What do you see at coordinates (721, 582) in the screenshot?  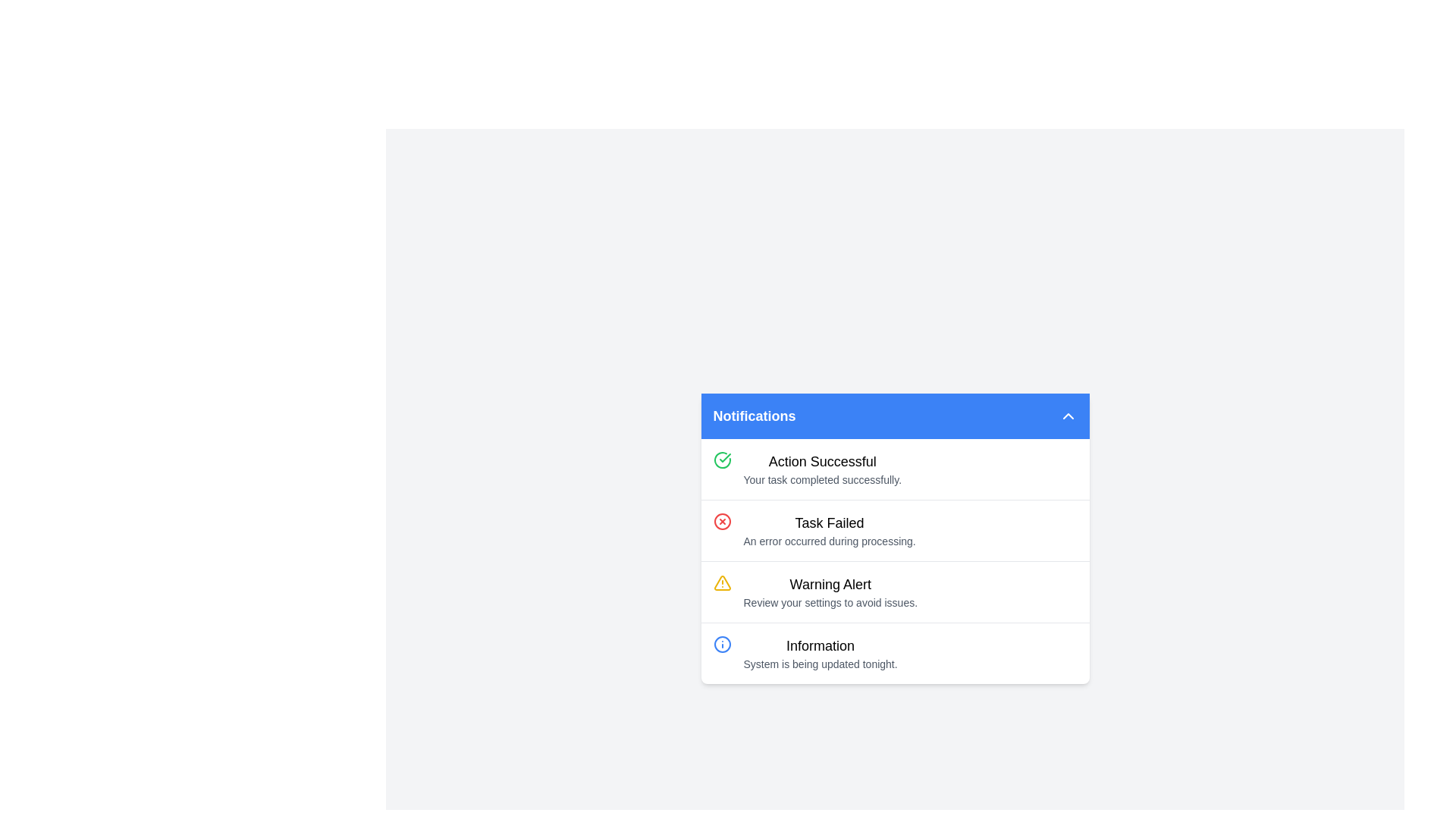 I see `the triangular yellow warning icon with an exclamation mark located in the third row of the notification list under the blue 'Notifications' header` at bounding box center [721, 582].